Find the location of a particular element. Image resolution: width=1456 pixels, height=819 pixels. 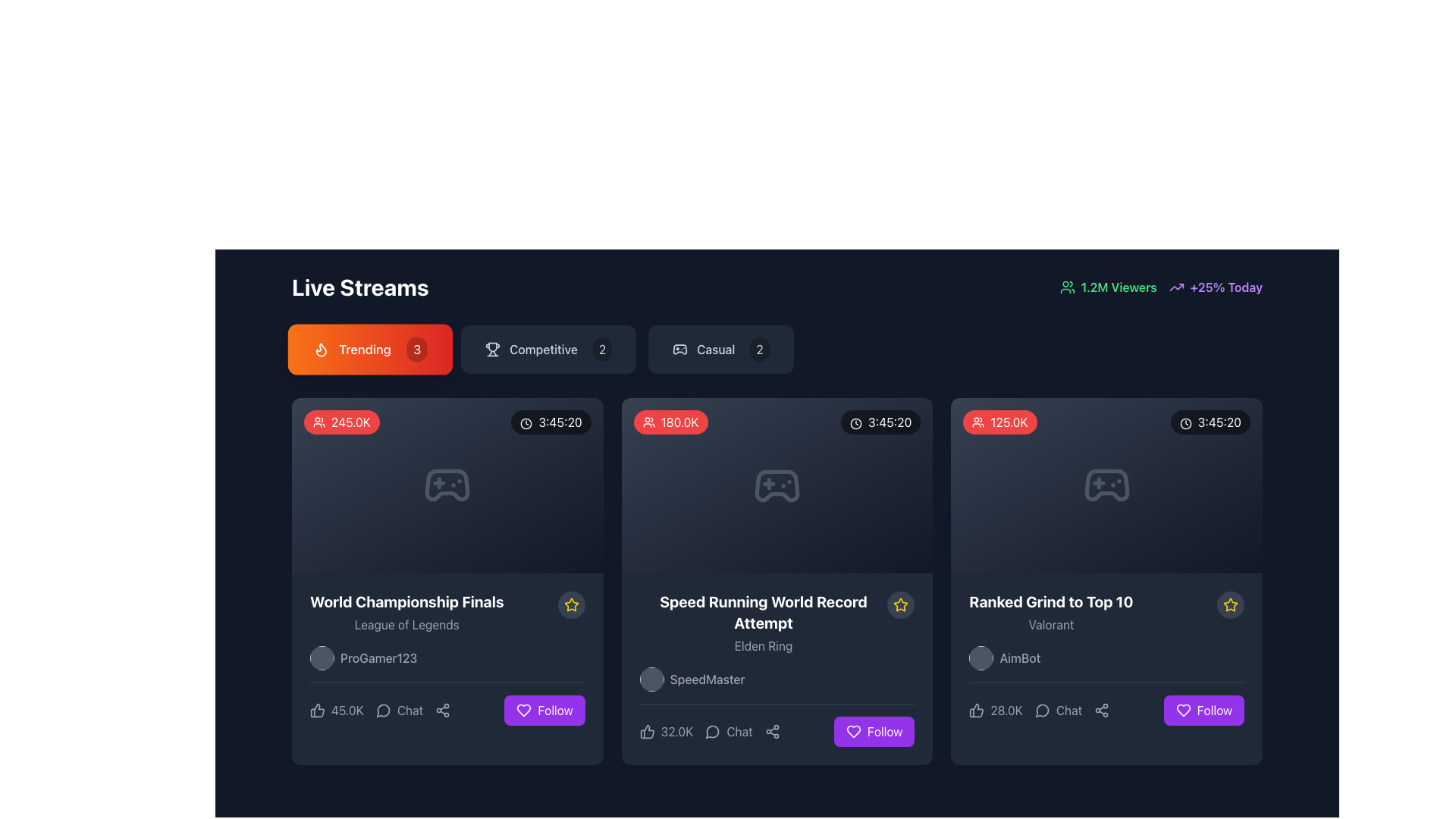

the heart-shaped icon with a purple outline inside the 'Follow' button at the bottom right corner of the 'Speed Running World Record Attempt' card is located at coordinates (853, 730).